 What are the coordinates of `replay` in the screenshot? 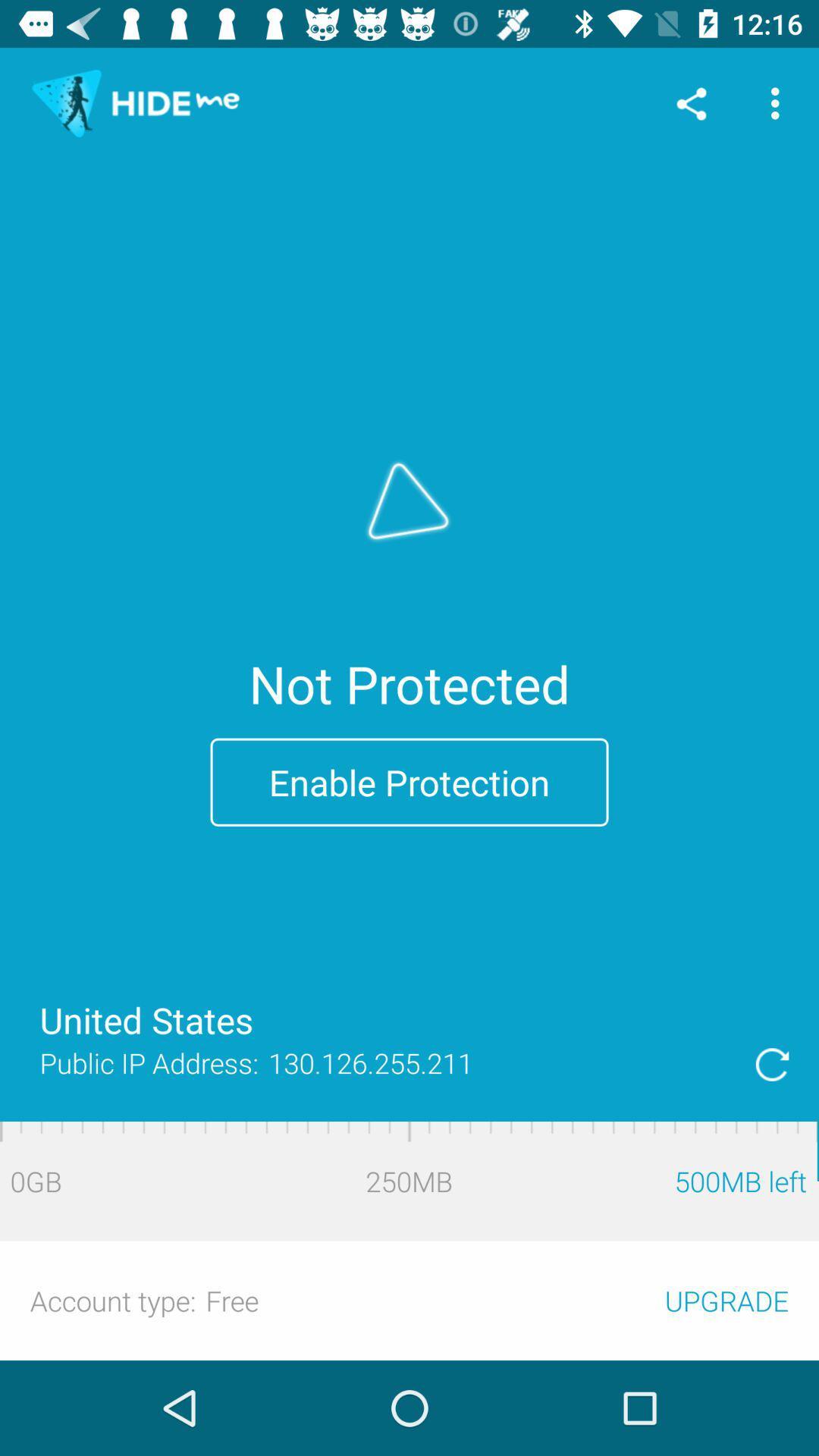 It's located at (772, 1063).